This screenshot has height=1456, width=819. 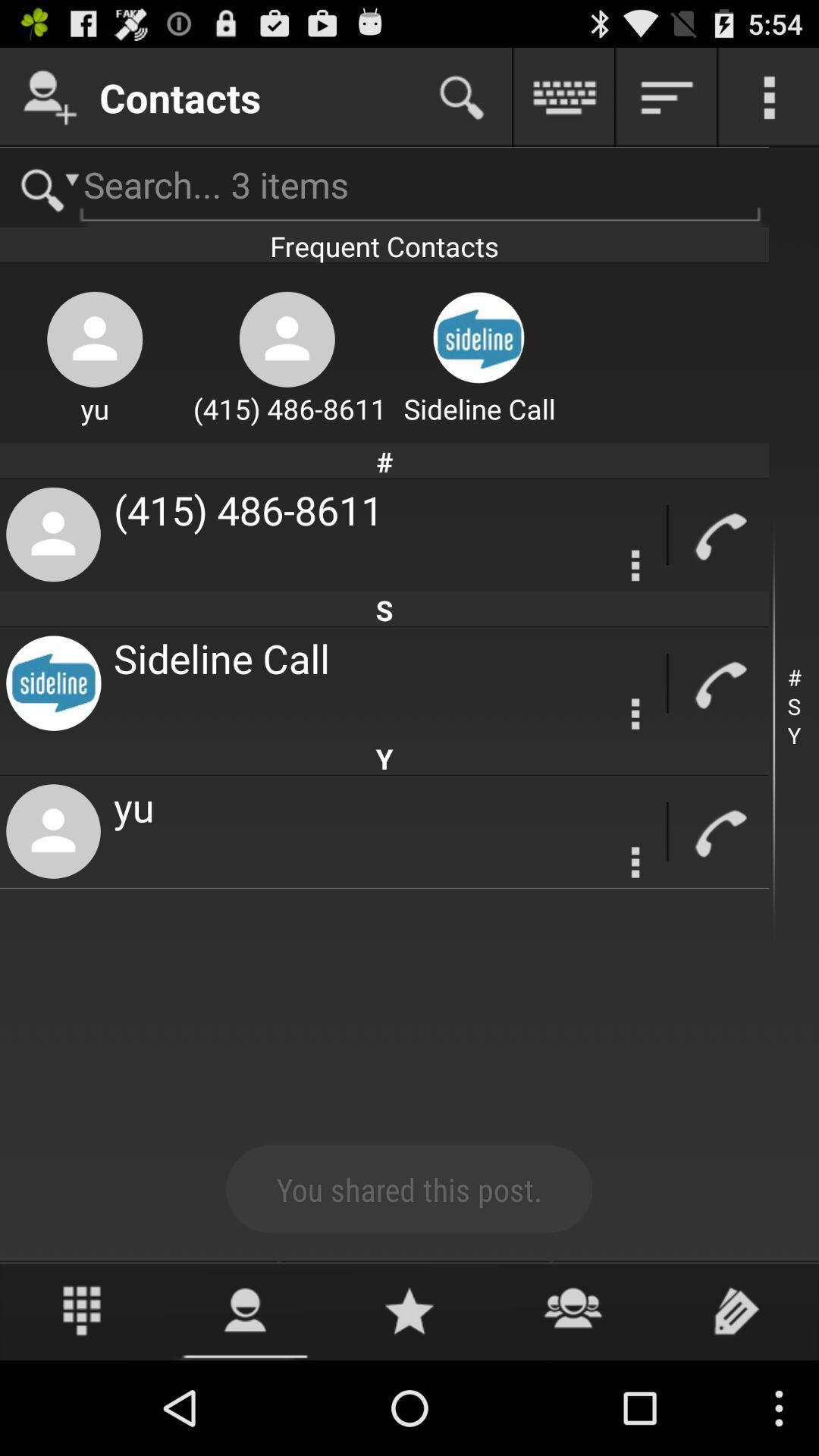 What do you see at coordinates (635, 564) in the screenshot?
I see `setting` at bounding box center [635, 564].